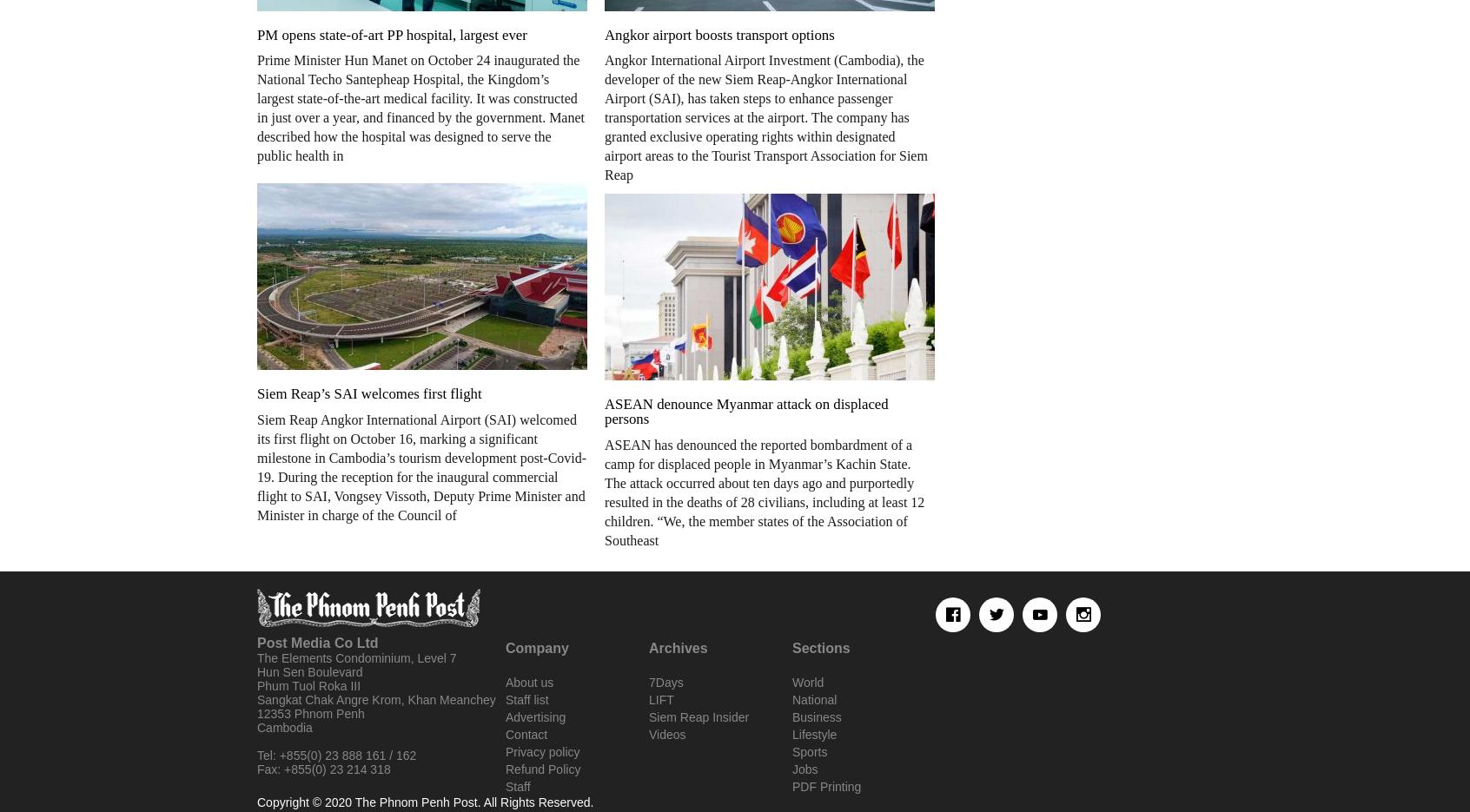 The height and width of the screenshot is (812, 1470). I want to click on 'Siem Reap Insider', so click(699, 716).